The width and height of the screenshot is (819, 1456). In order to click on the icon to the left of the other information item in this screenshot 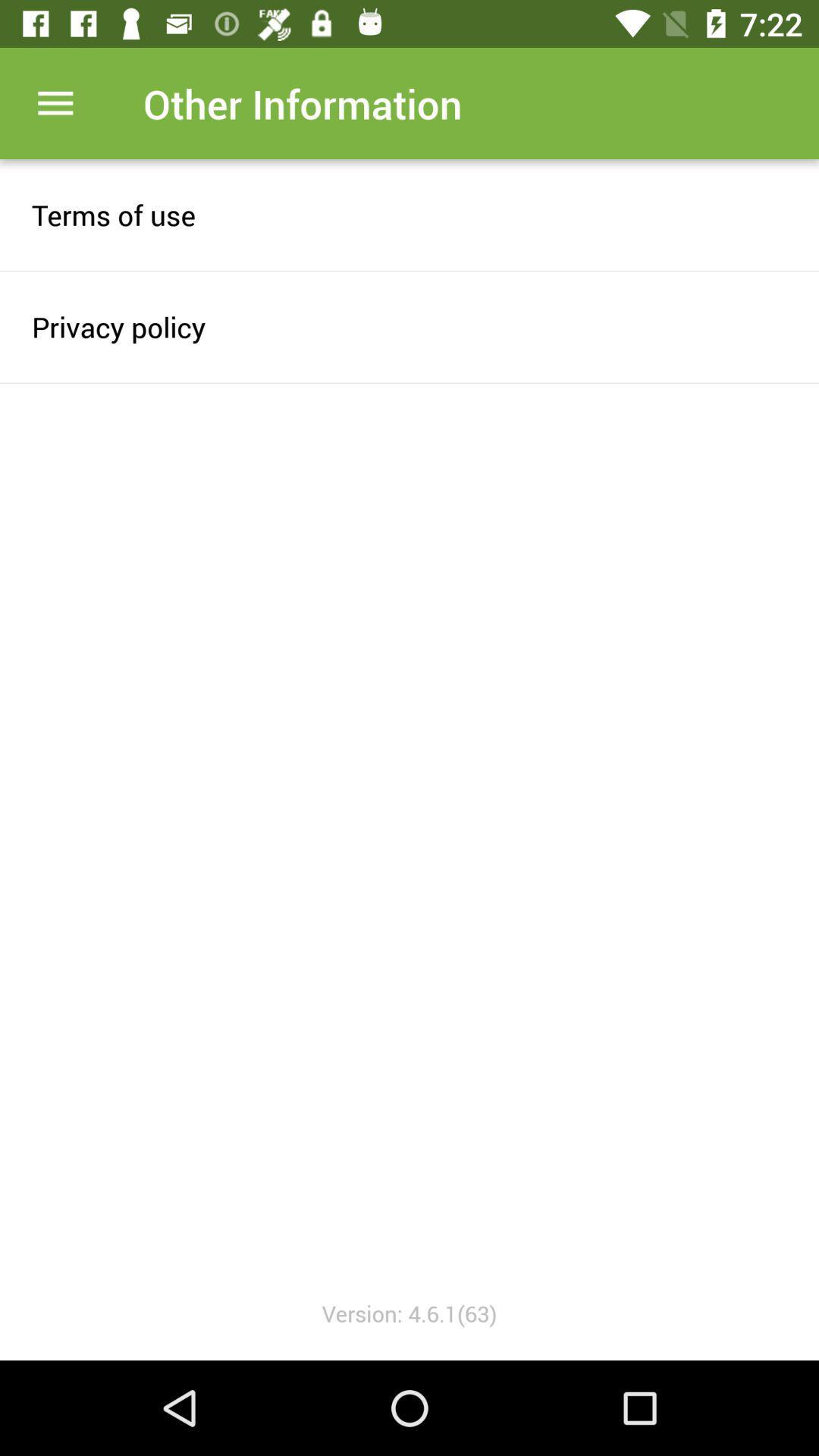, I will do `click(55, 102)`.